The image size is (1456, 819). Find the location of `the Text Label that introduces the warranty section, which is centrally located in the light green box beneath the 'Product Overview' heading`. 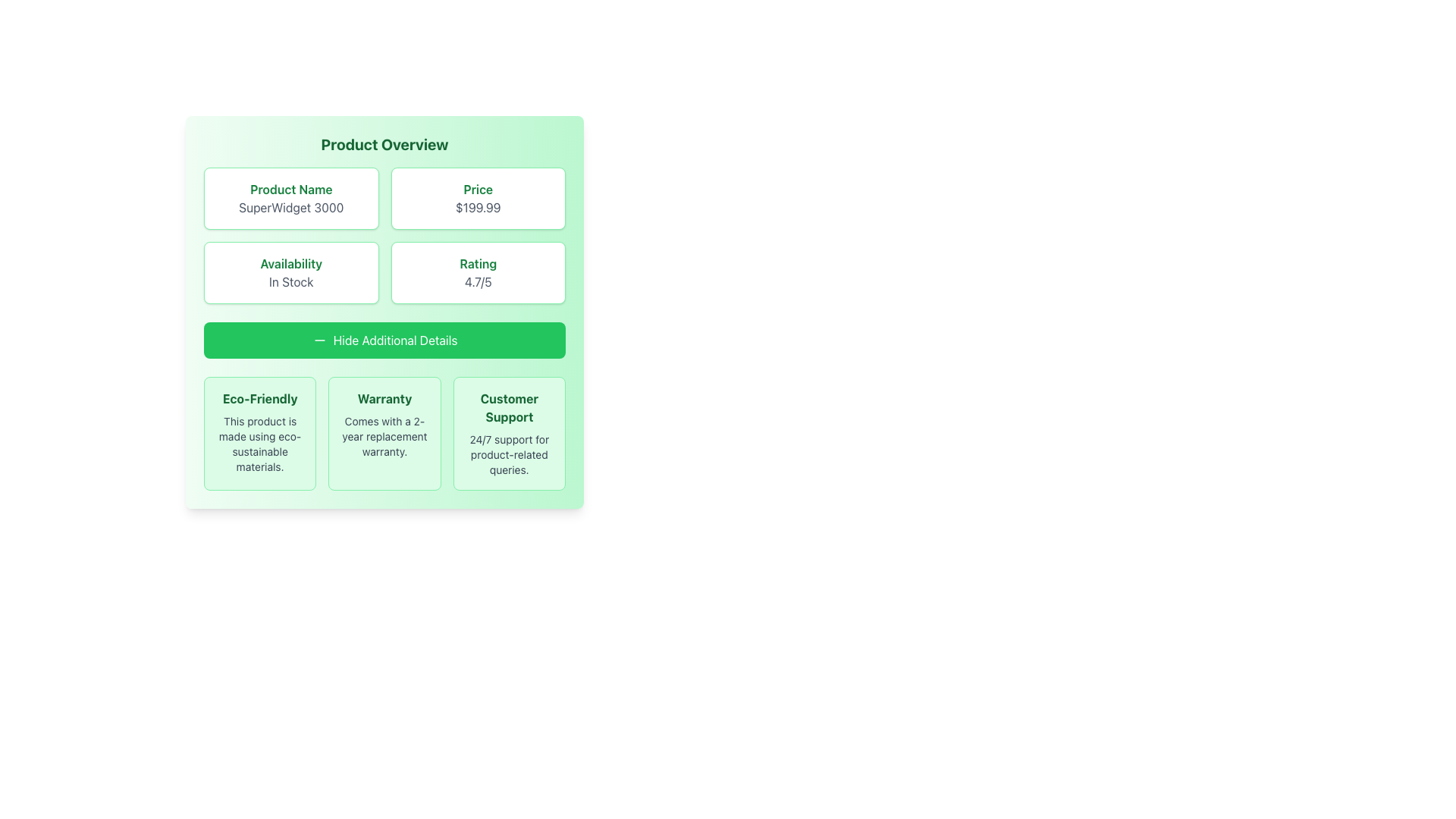

the Text Label that introduces the warranty section, which is centrally located in the light green box beneath the 'Product Overview' heading is located at coordinates (384, 397).